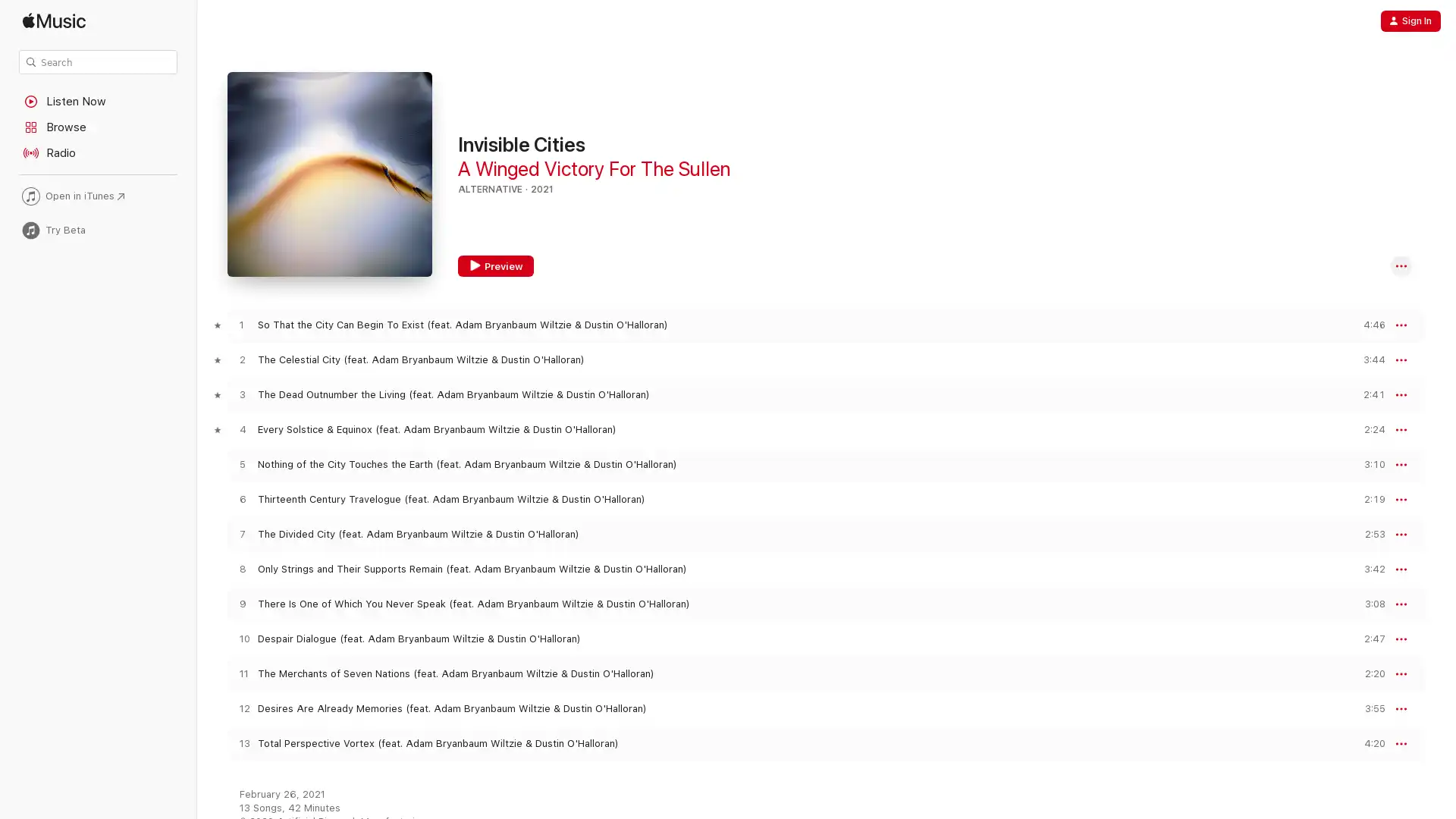 The height and width of the screenshot is (819, 1456). I want to click on Play, so click(241, 673).